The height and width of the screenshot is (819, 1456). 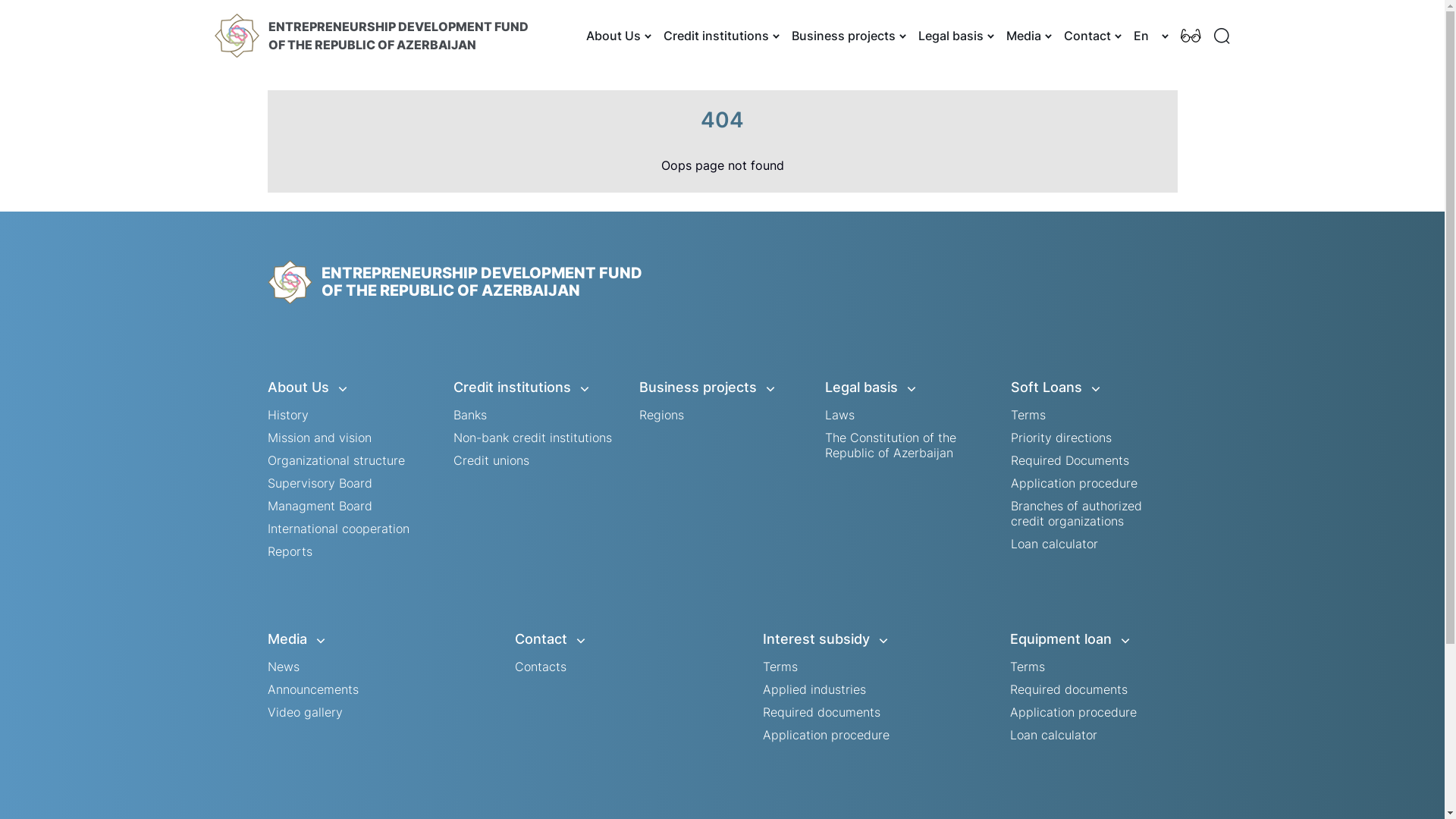 What do you see at coordinates (1053, 543) in the screenshot?
I see `'Loan calculator'` at bounding box center [1053, 543].